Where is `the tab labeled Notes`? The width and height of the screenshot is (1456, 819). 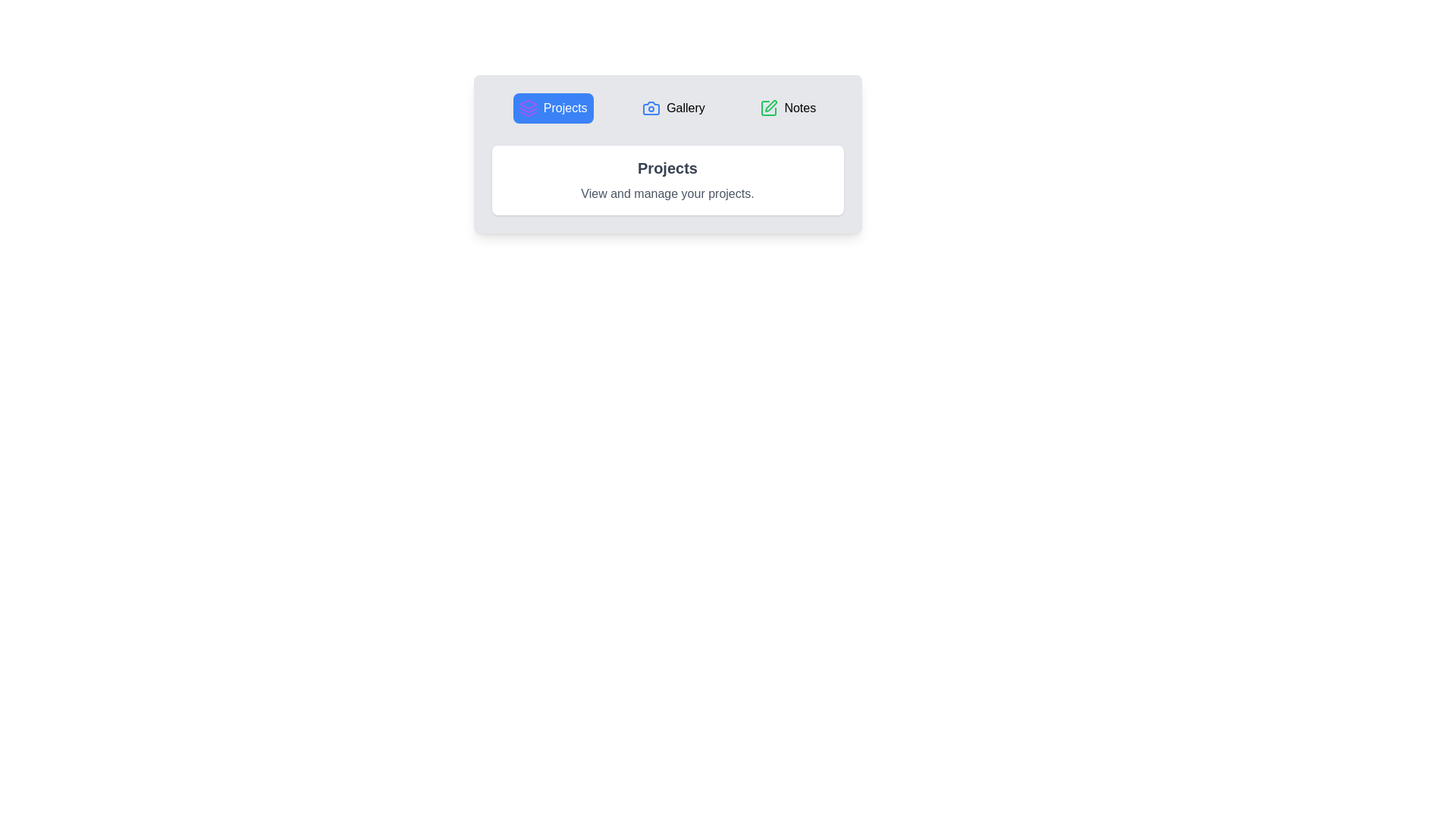
the tab labeled Notes is located at coordinates (788, 107).